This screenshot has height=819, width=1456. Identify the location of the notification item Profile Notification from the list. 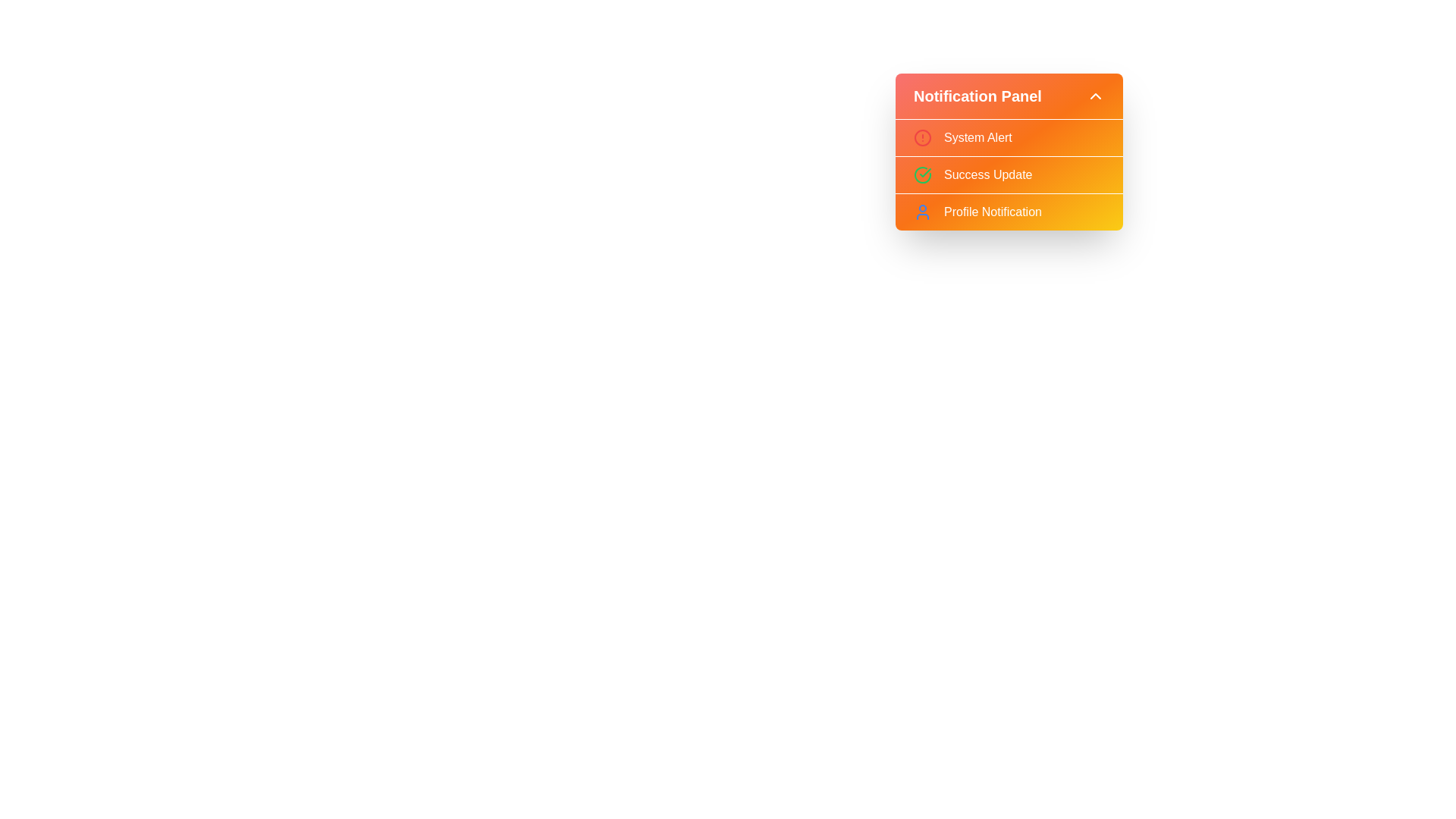
(1009, 211).